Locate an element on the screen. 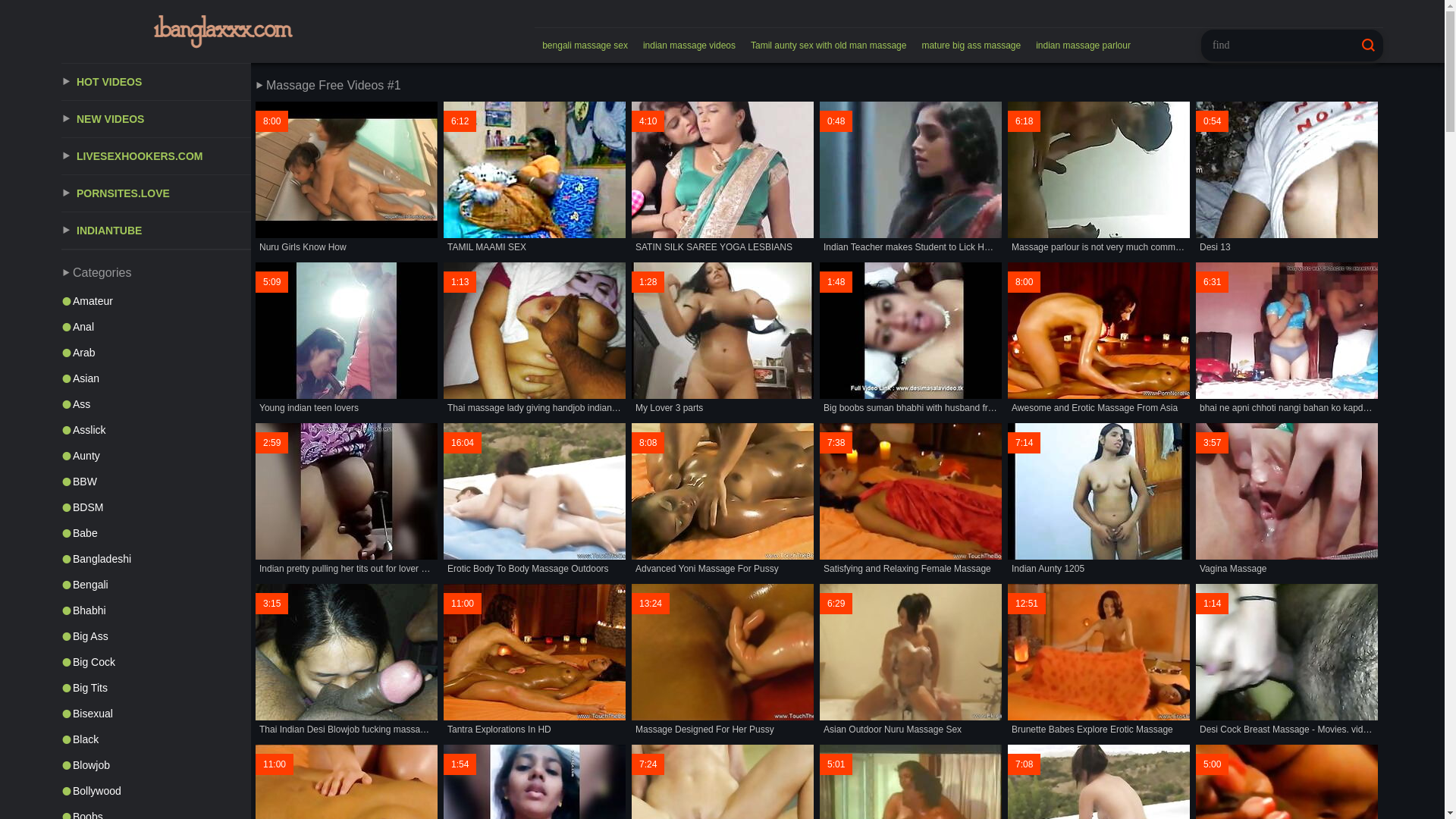  'Tamil aunty sex with old man massage' is located at coordinates (827, 45).